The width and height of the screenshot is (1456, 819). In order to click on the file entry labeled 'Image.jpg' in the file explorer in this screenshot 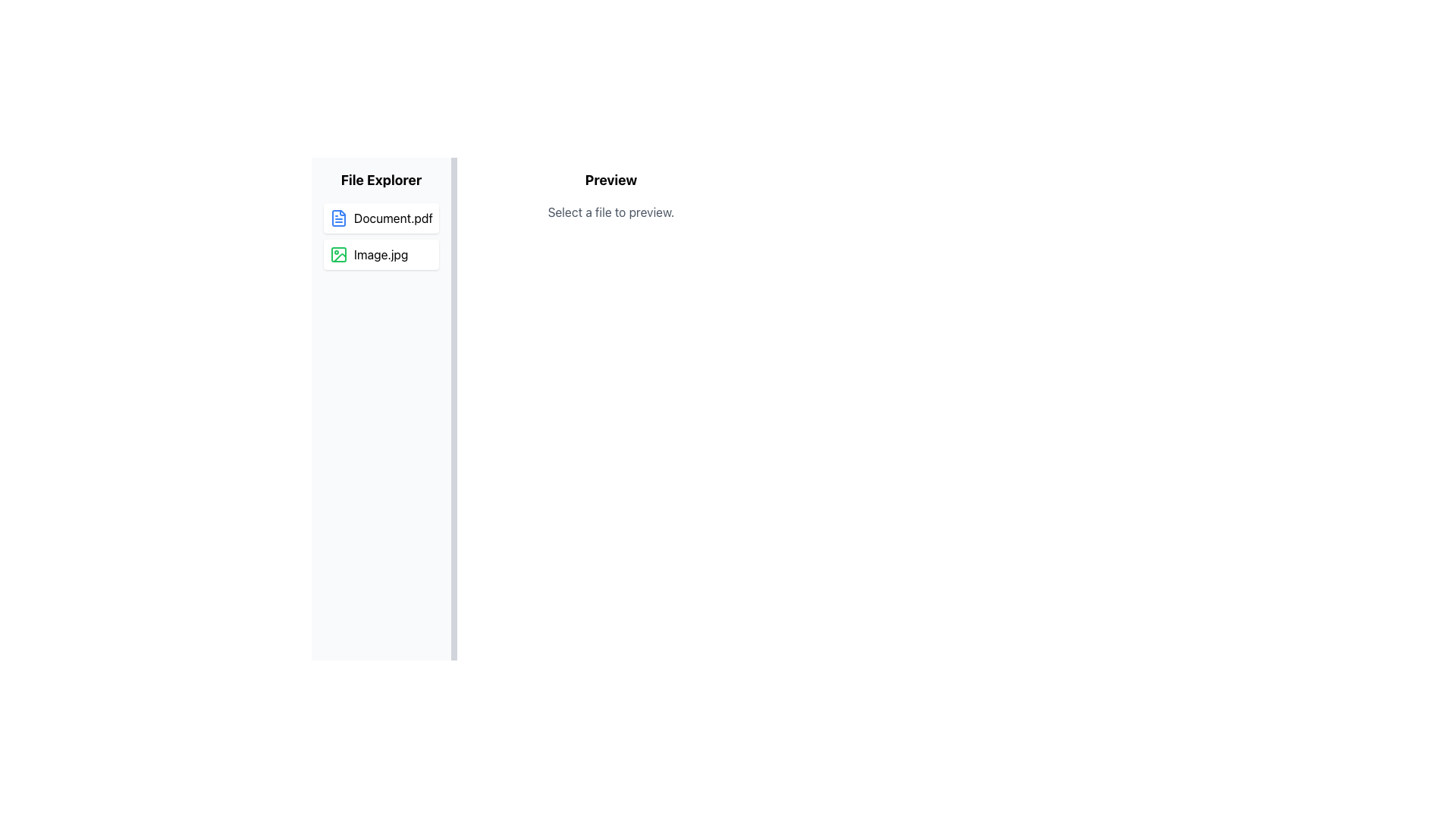, I will do `click(381, 253)`.